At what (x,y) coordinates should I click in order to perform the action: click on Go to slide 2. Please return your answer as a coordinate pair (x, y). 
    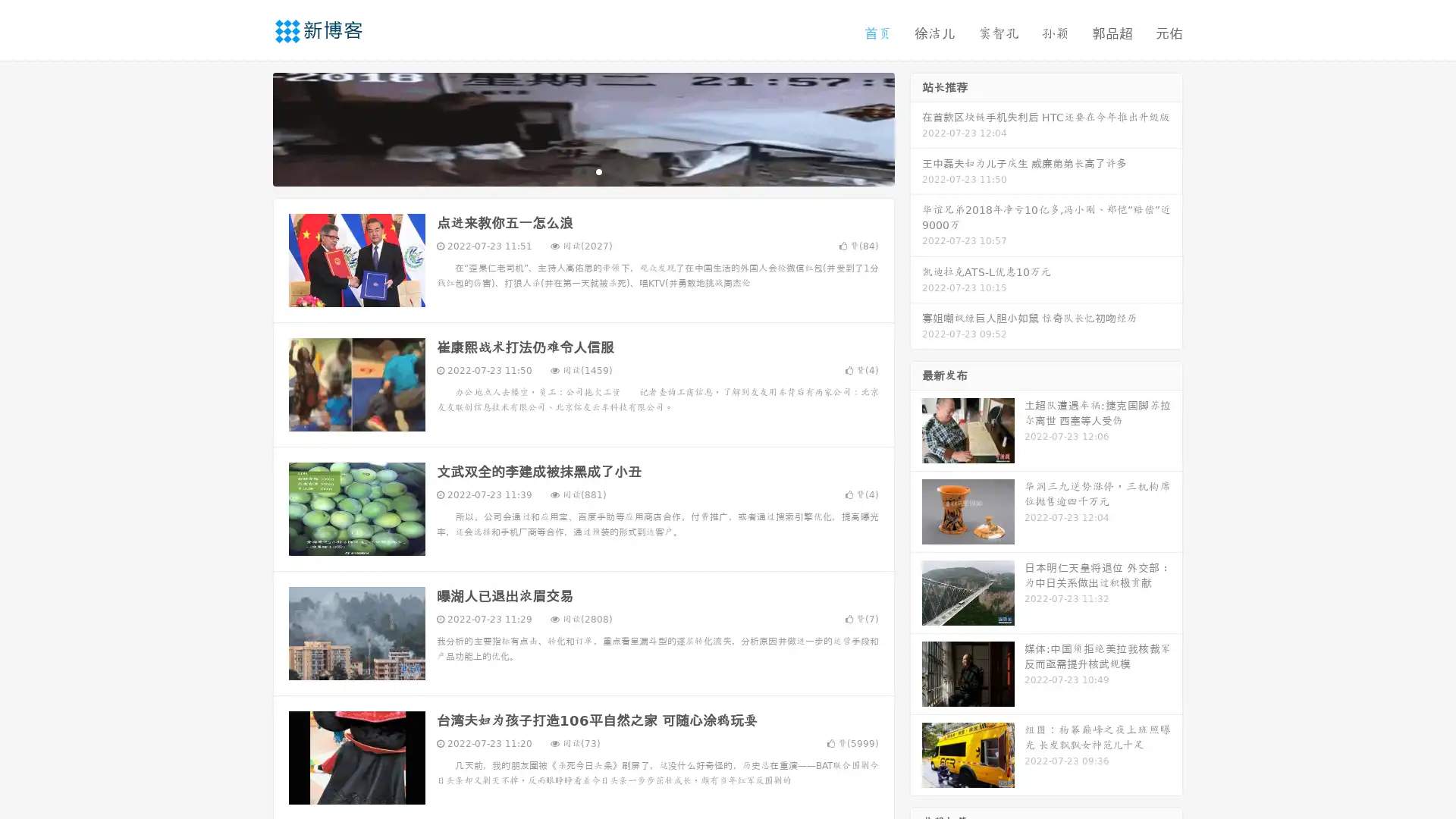
    Looking at the image, I should click on (582, 171).